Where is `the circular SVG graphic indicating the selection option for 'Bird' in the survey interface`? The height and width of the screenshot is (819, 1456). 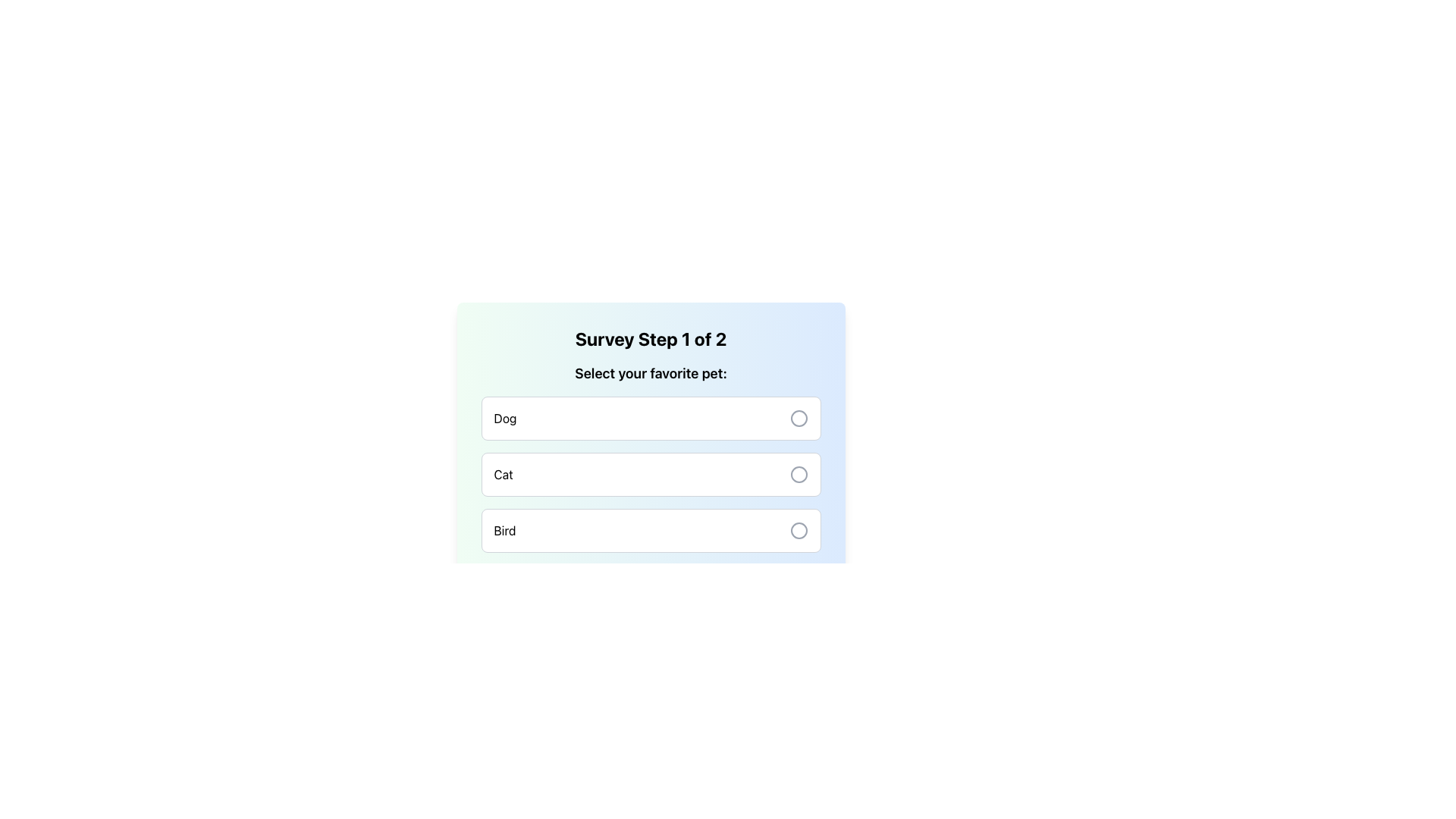 the circular SVG graphic indicating the selection option for 'Bird' in the survey interface is located at coordinates (798, 529).